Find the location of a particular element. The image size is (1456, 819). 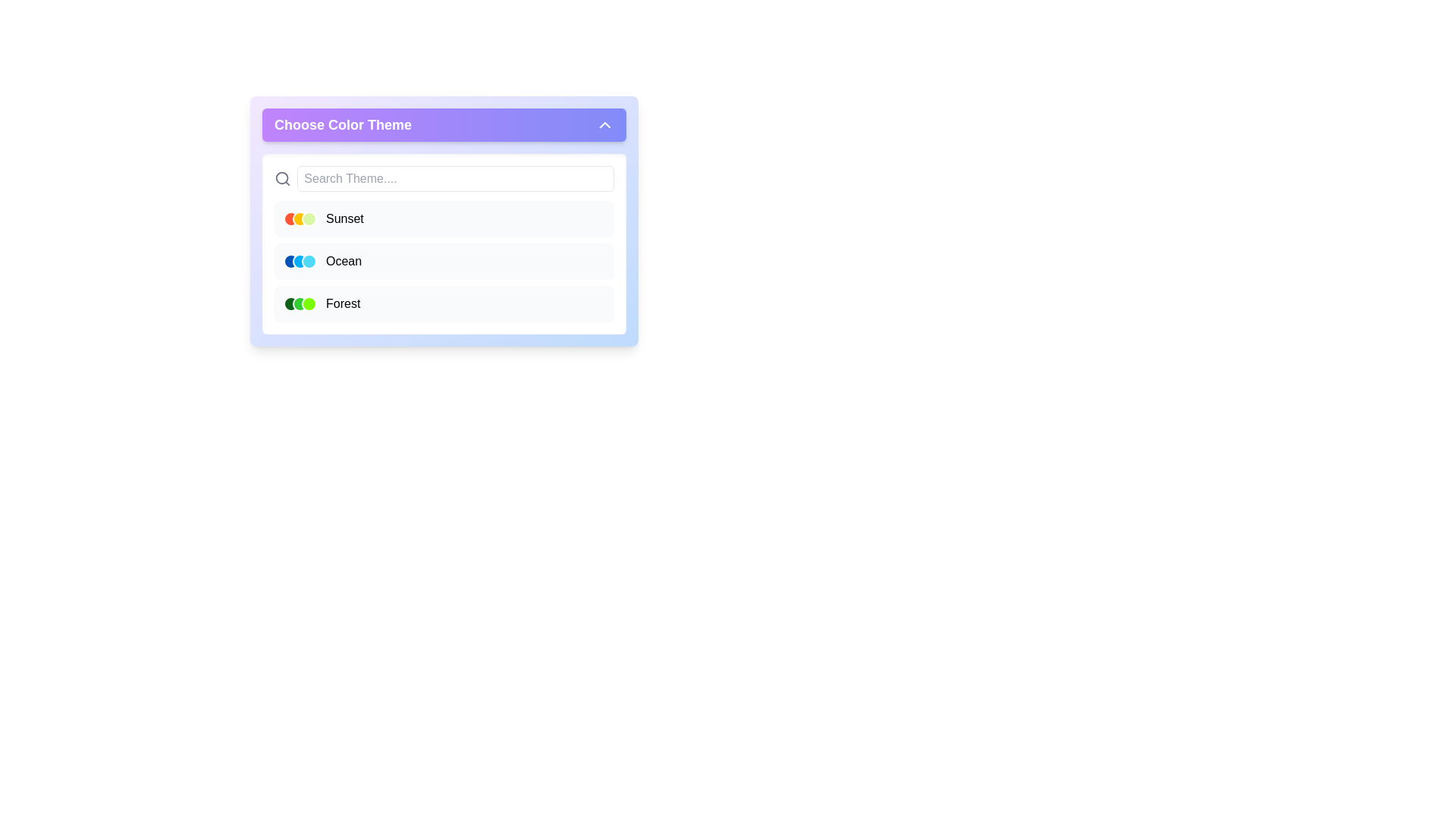

the selectable list item labeled 'Ocean' is located at coordinates (443, 260).